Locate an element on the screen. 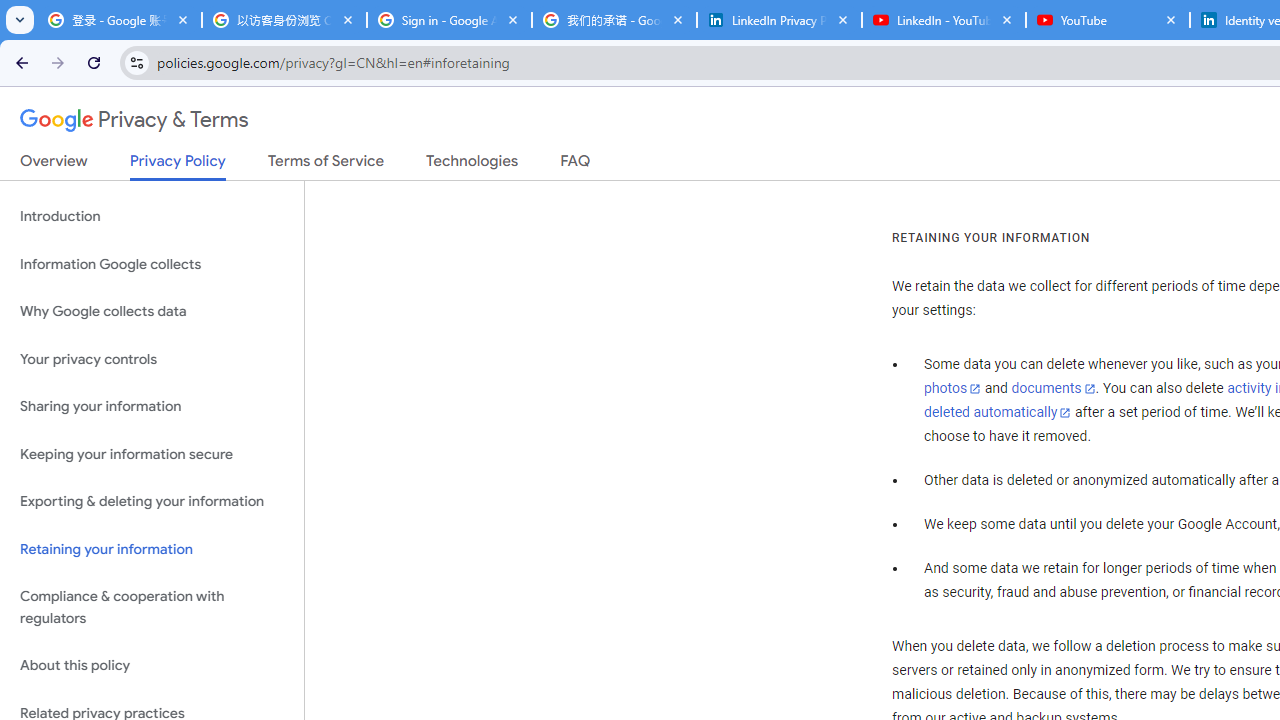 The image size is (1280, 720). 'Introduction' is located at coordinates (151, 217).